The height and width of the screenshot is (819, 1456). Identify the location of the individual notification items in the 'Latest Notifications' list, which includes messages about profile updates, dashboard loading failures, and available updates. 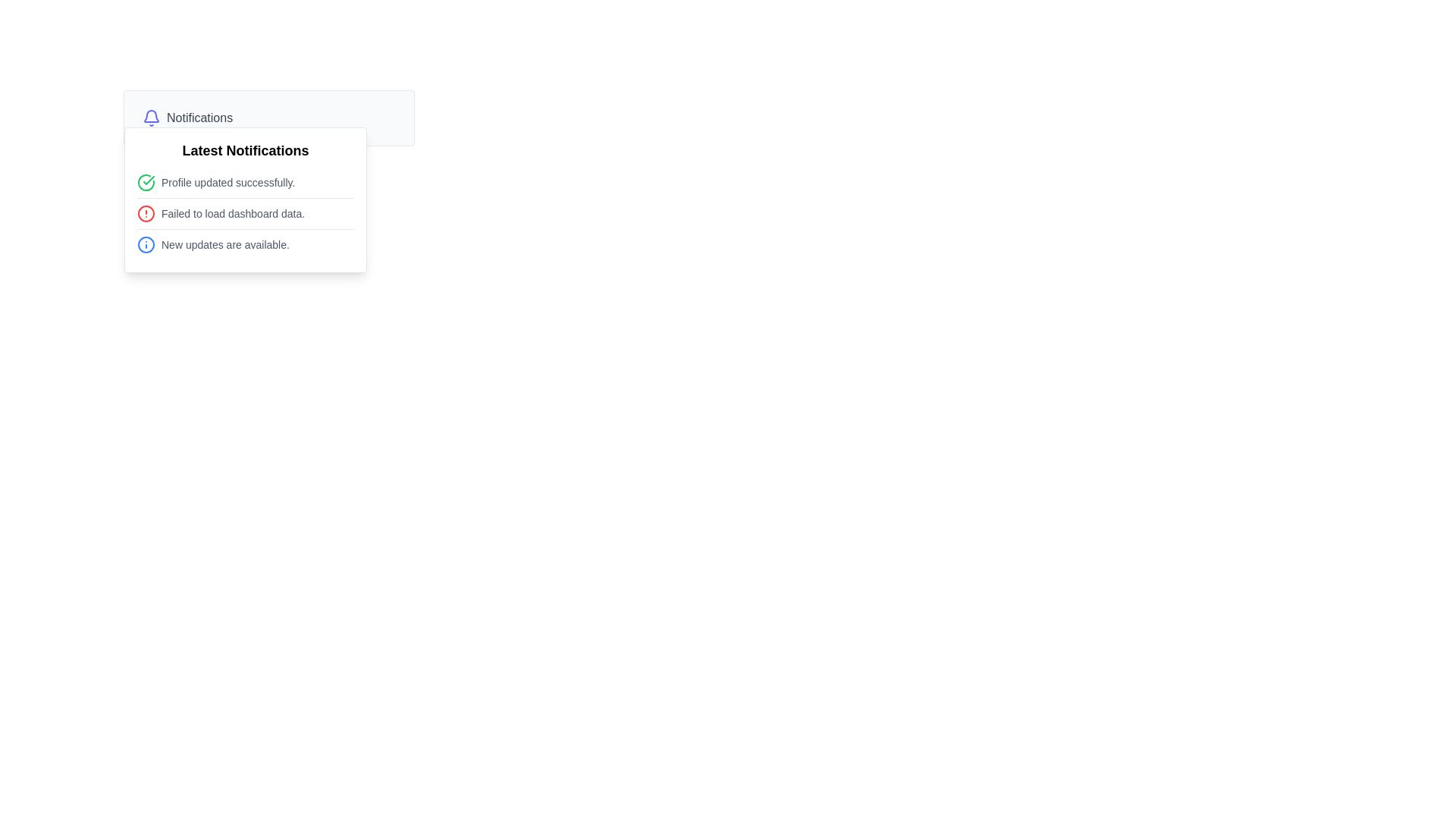
(246, 213).